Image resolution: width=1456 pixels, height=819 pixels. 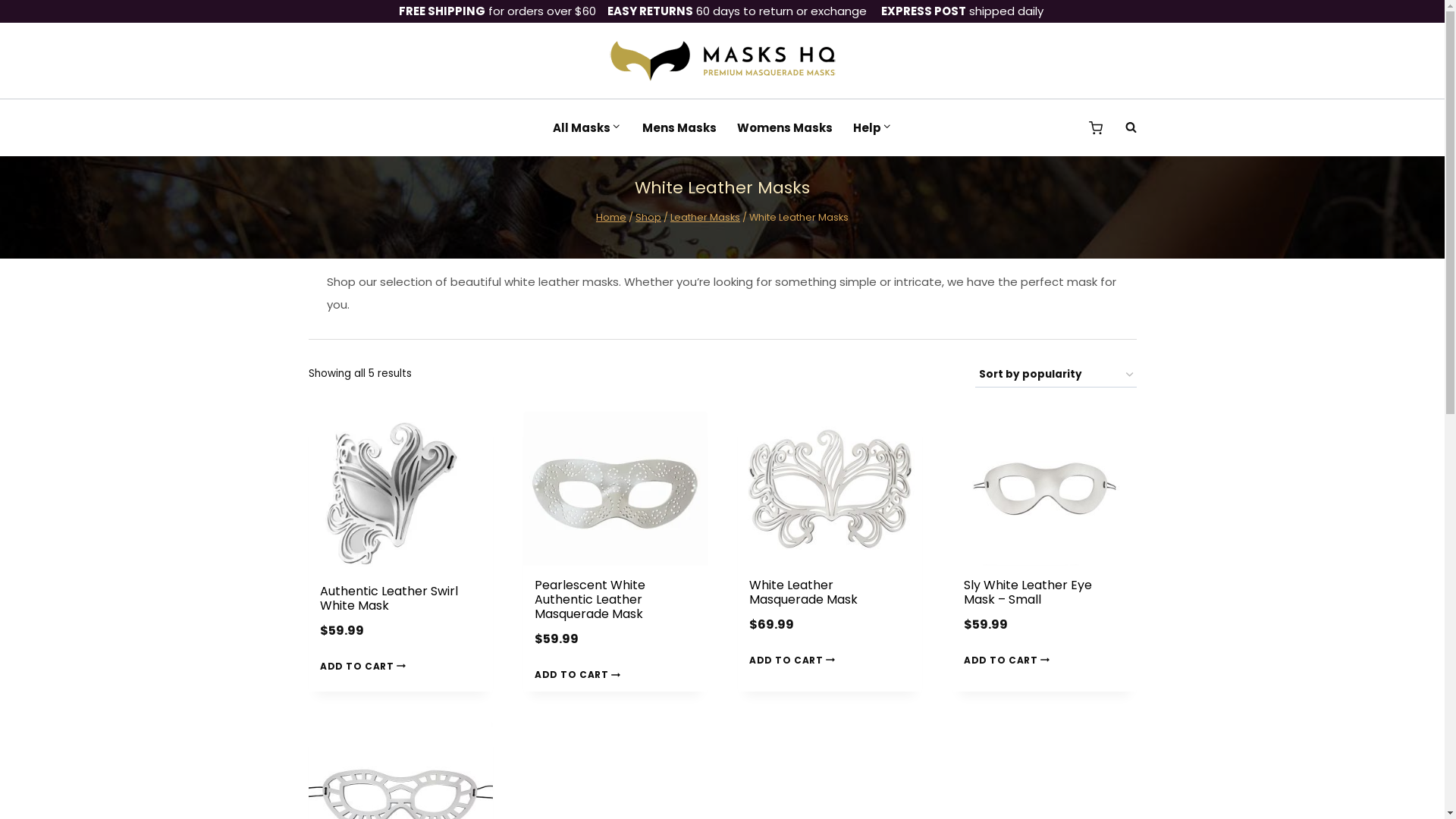 I want to click on 'Mens Masks', so click(x=678, y=127).